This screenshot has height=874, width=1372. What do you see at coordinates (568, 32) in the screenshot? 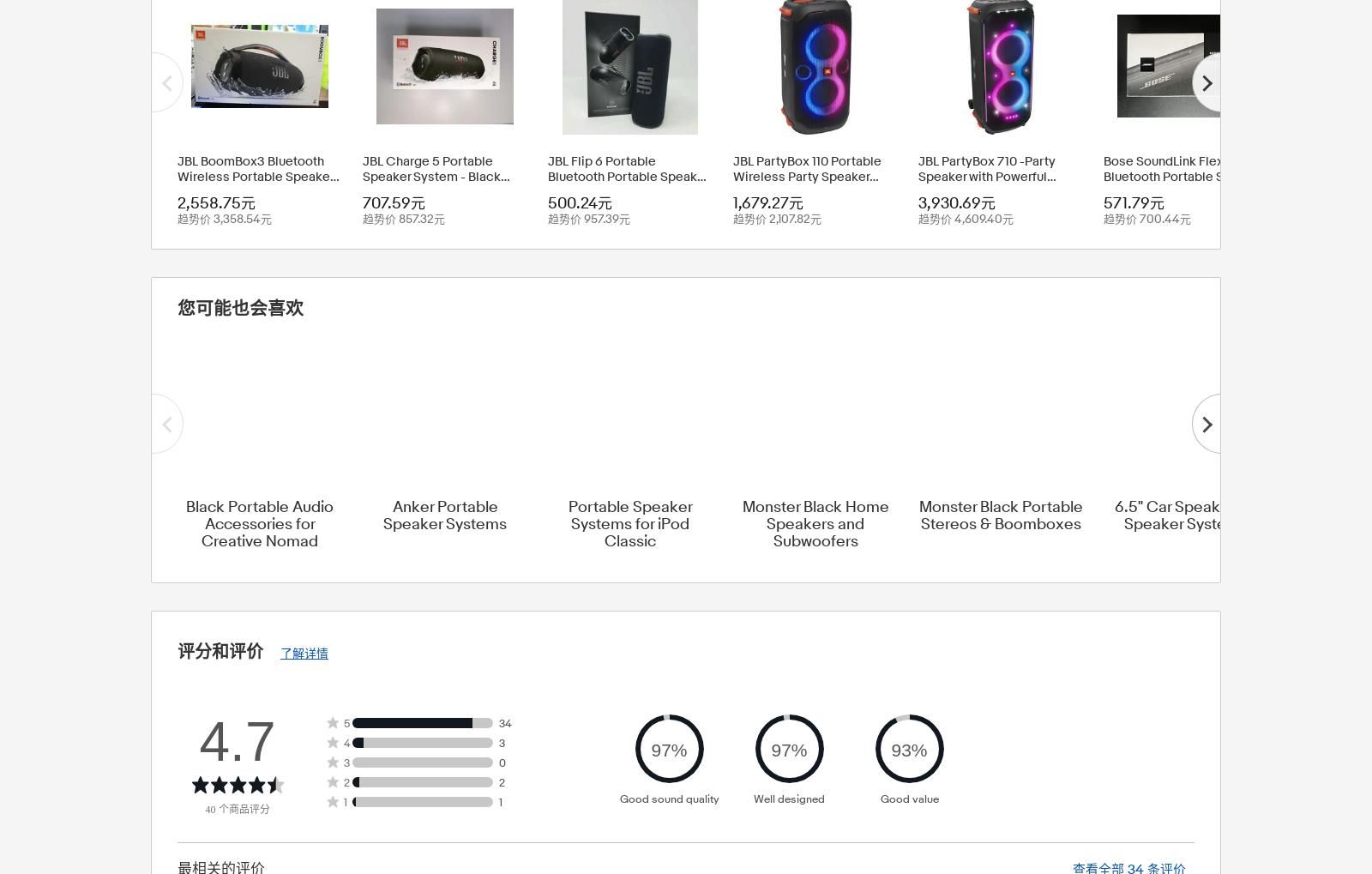
I see `'Black'` at bounding box center [568, 32].